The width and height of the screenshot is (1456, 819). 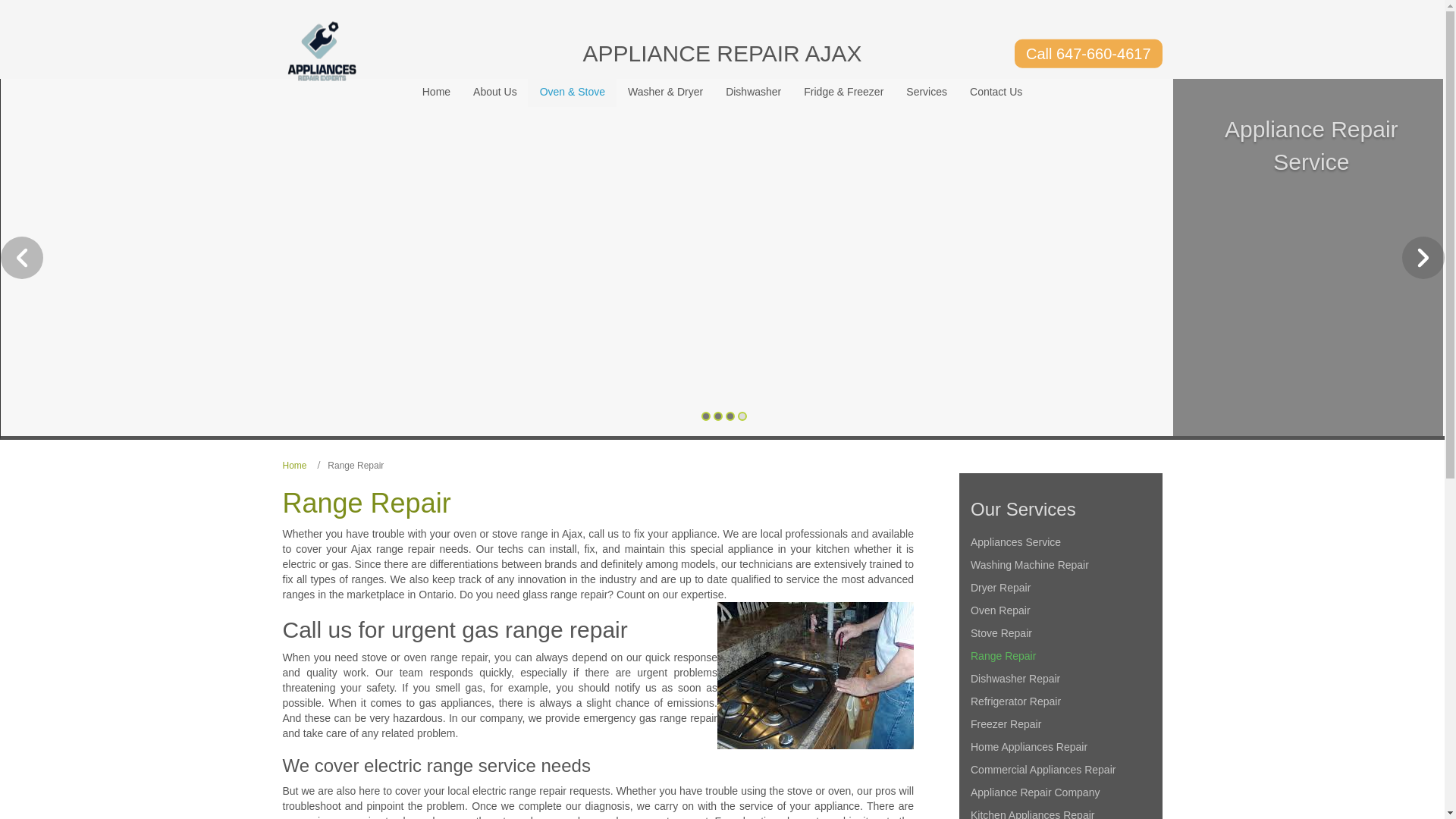 I want to click on 'Call 647-660-4617', so click(x=1087, y=52).